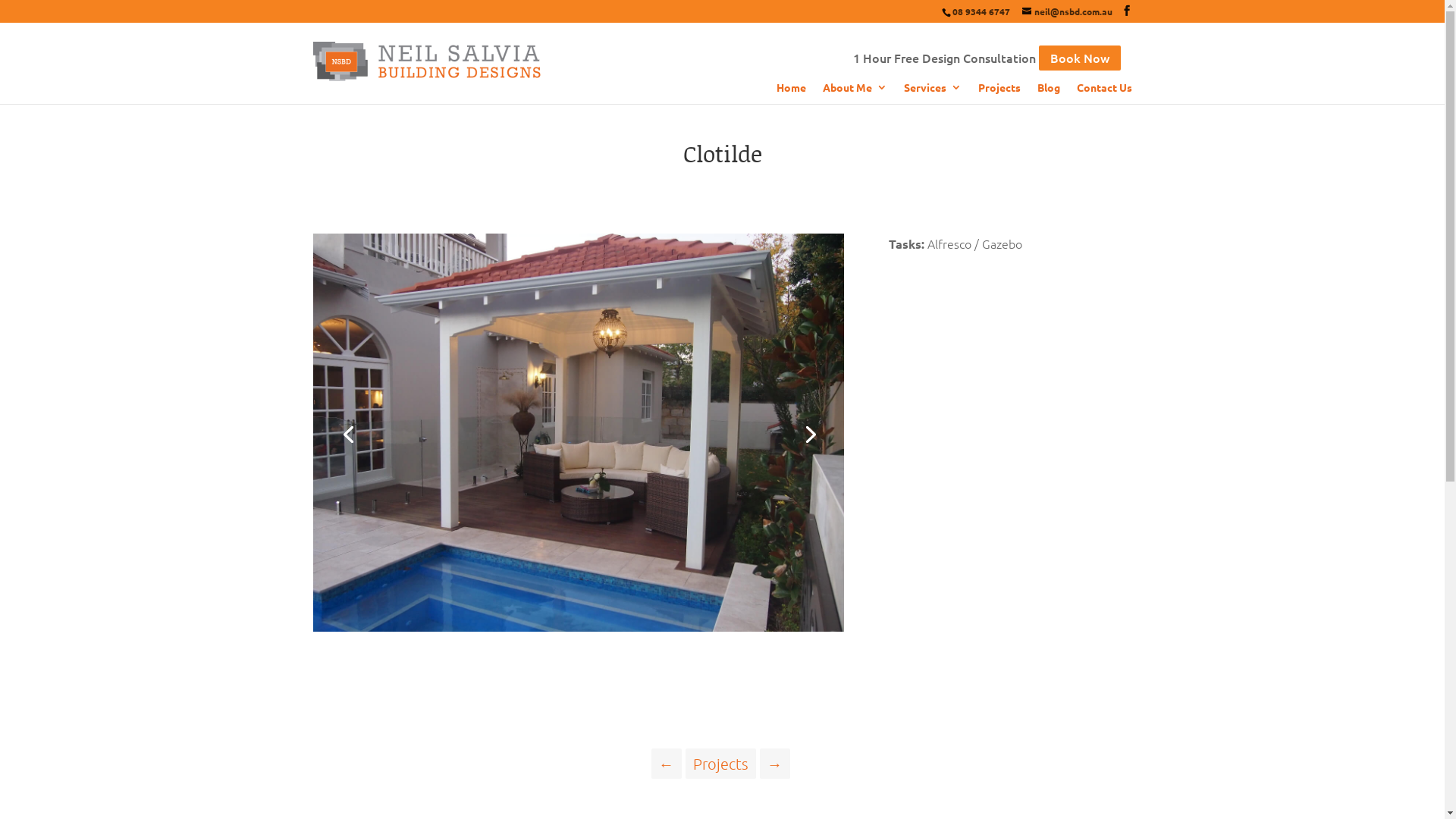 This screenshot has height=819, width=1456. I want to click on 'neil@nsbd.com.au', so click(1066, 11).